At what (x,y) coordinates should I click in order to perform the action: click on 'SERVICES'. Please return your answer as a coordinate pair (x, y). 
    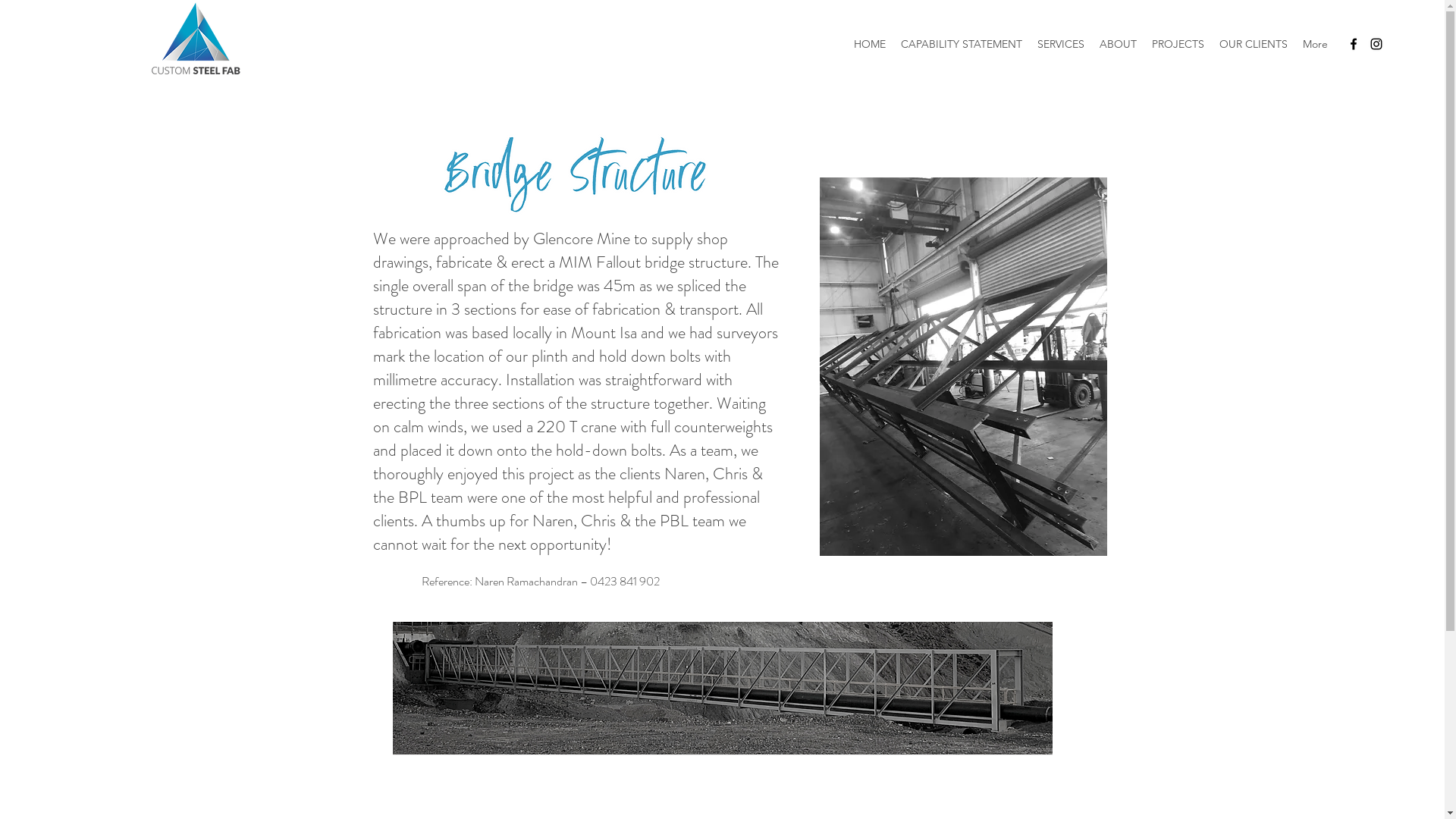
    Looking at the image, I should click on (1059, 42).